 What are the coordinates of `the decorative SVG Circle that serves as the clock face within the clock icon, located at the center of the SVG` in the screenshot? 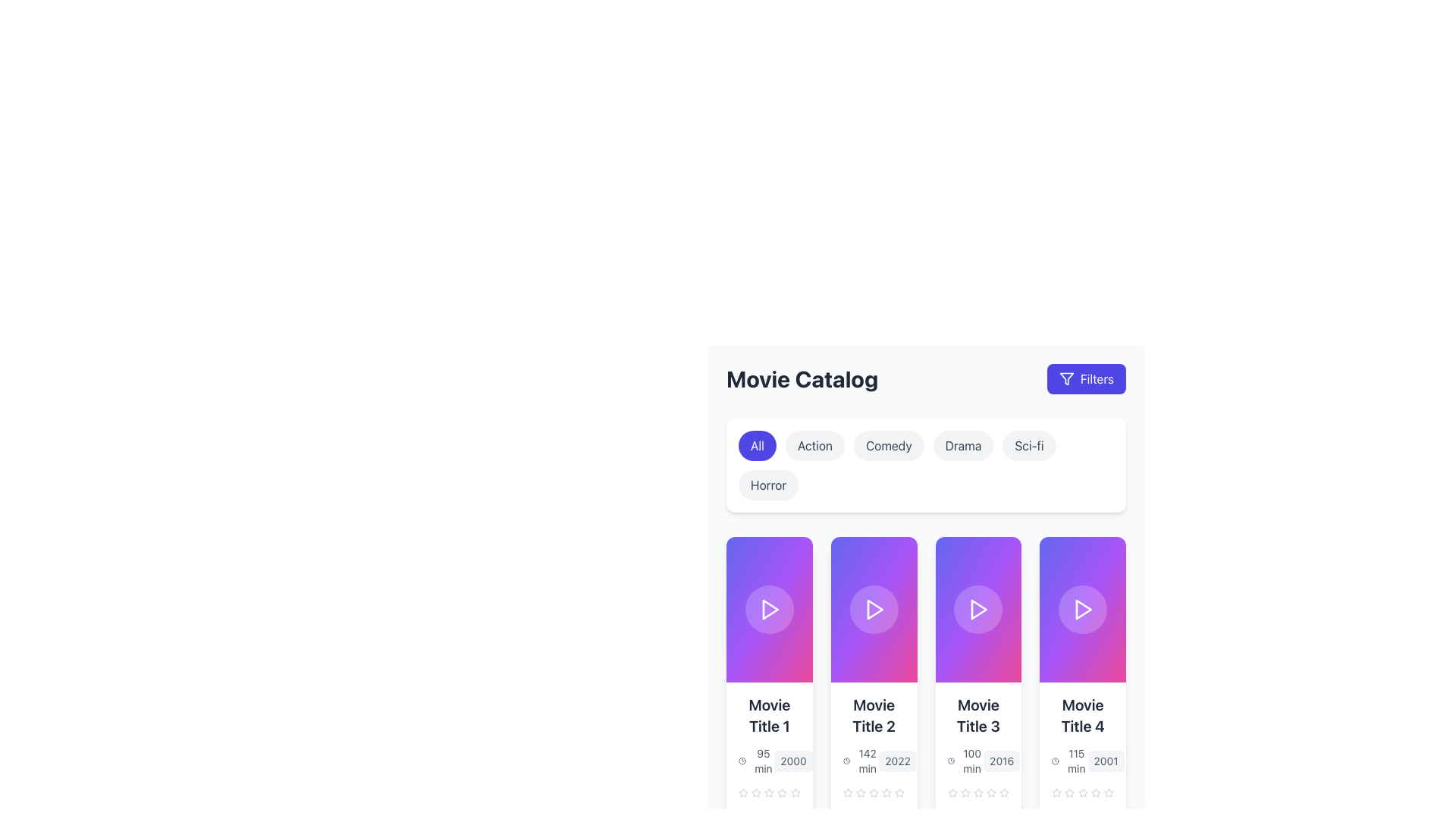 It's located at (742, 761).